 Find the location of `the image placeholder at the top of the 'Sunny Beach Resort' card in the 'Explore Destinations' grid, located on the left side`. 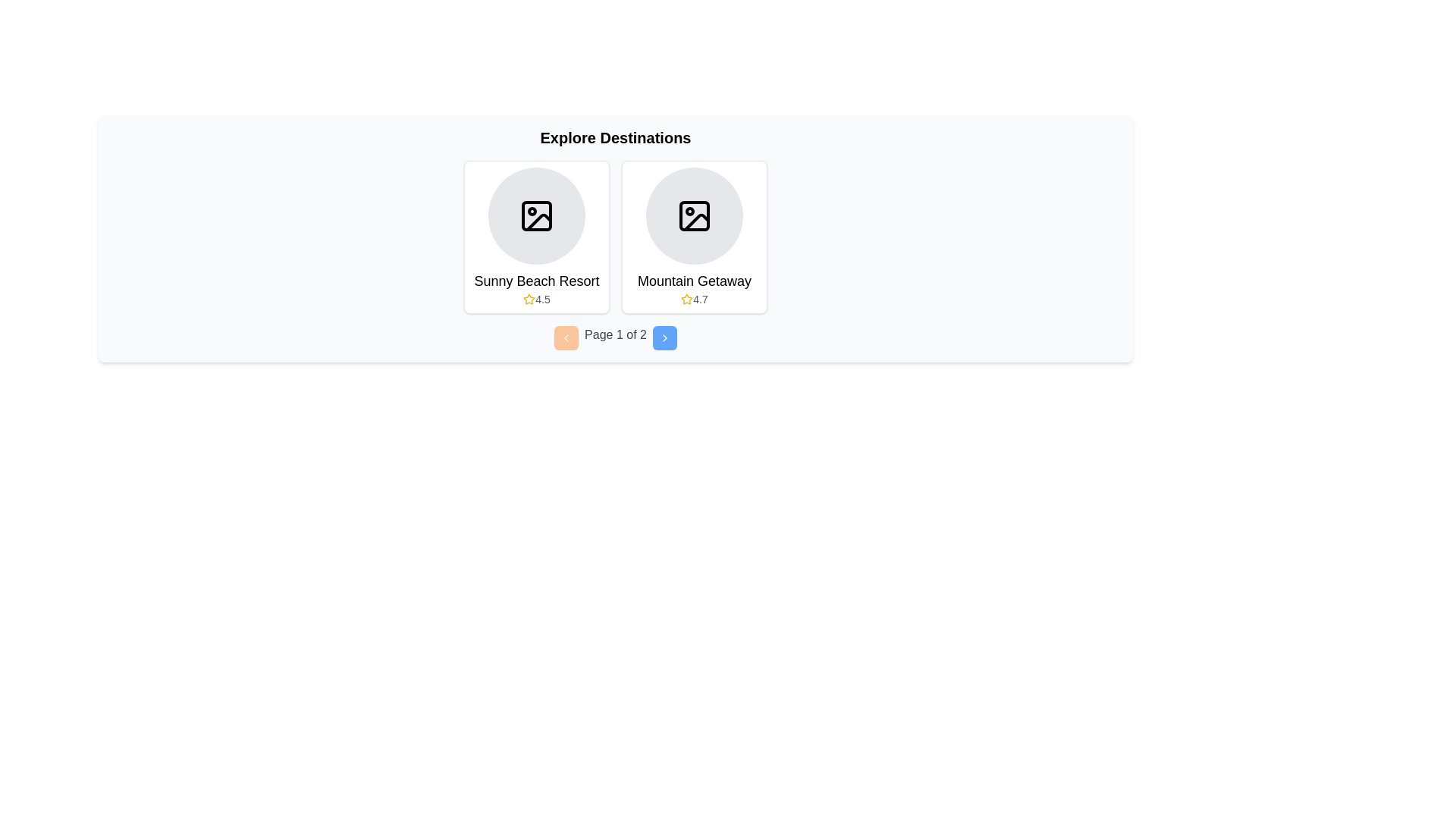

the image placeholder at the top of the 'Sunny Beach Resort' card in the 'Explore Destinations' grid, located on the left side is located at coordinates (537, 216).